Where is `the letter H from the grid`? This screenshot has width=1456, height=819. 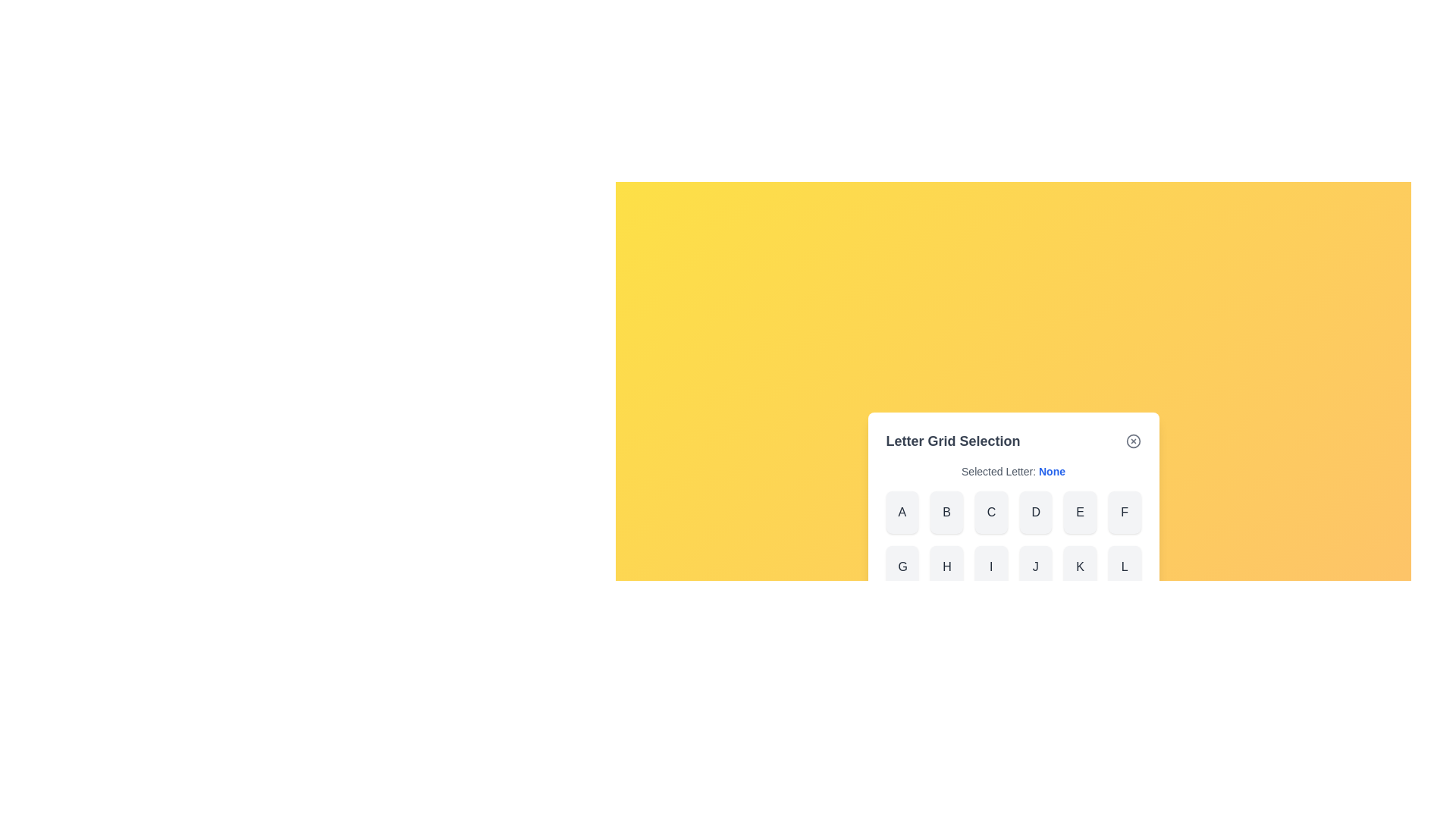 the letter H from the grid is located at coordinates (946, 567).